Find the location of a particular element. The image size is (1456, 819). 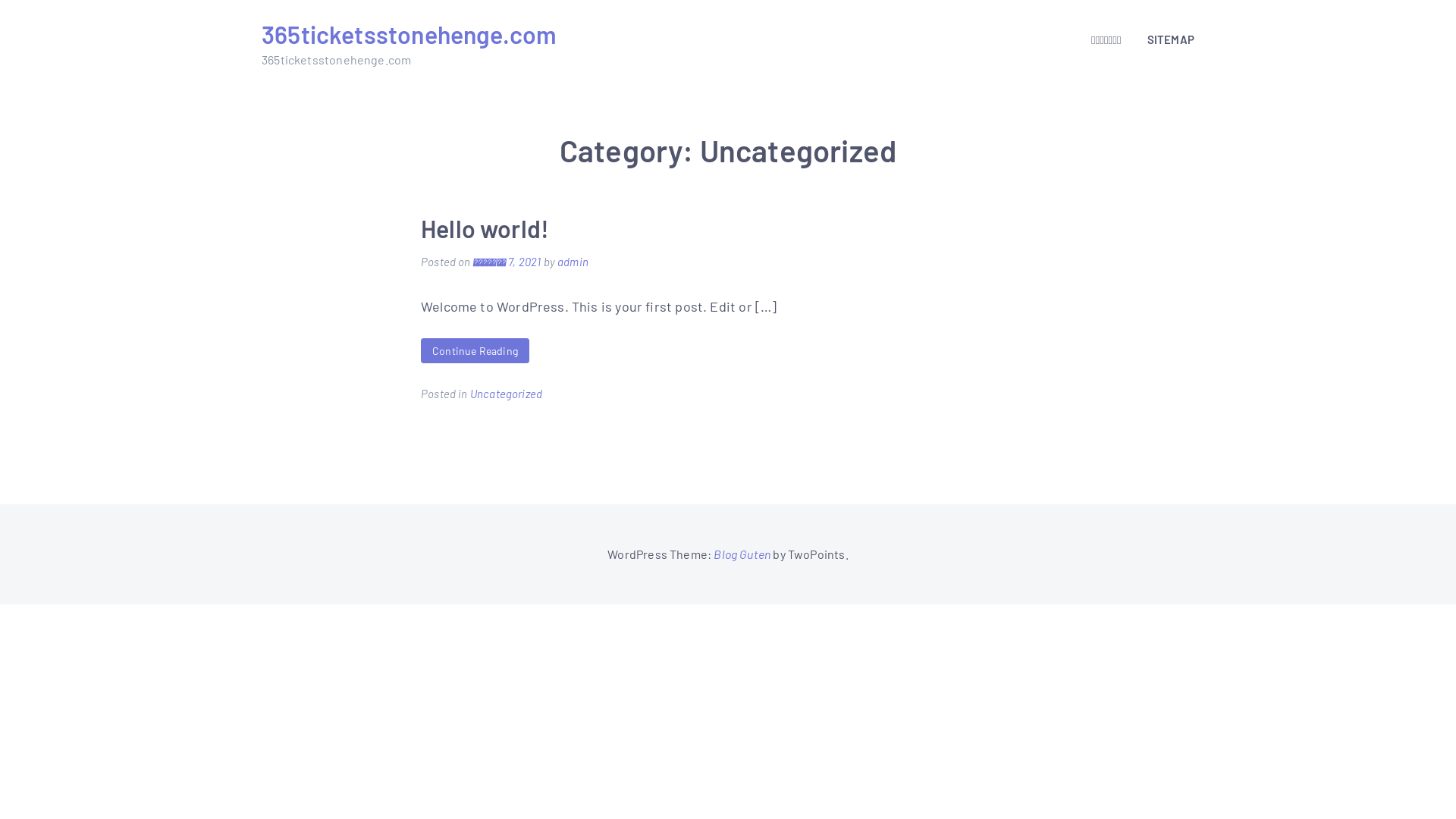

'Blog Guten' is located at coordinates (742, 554).